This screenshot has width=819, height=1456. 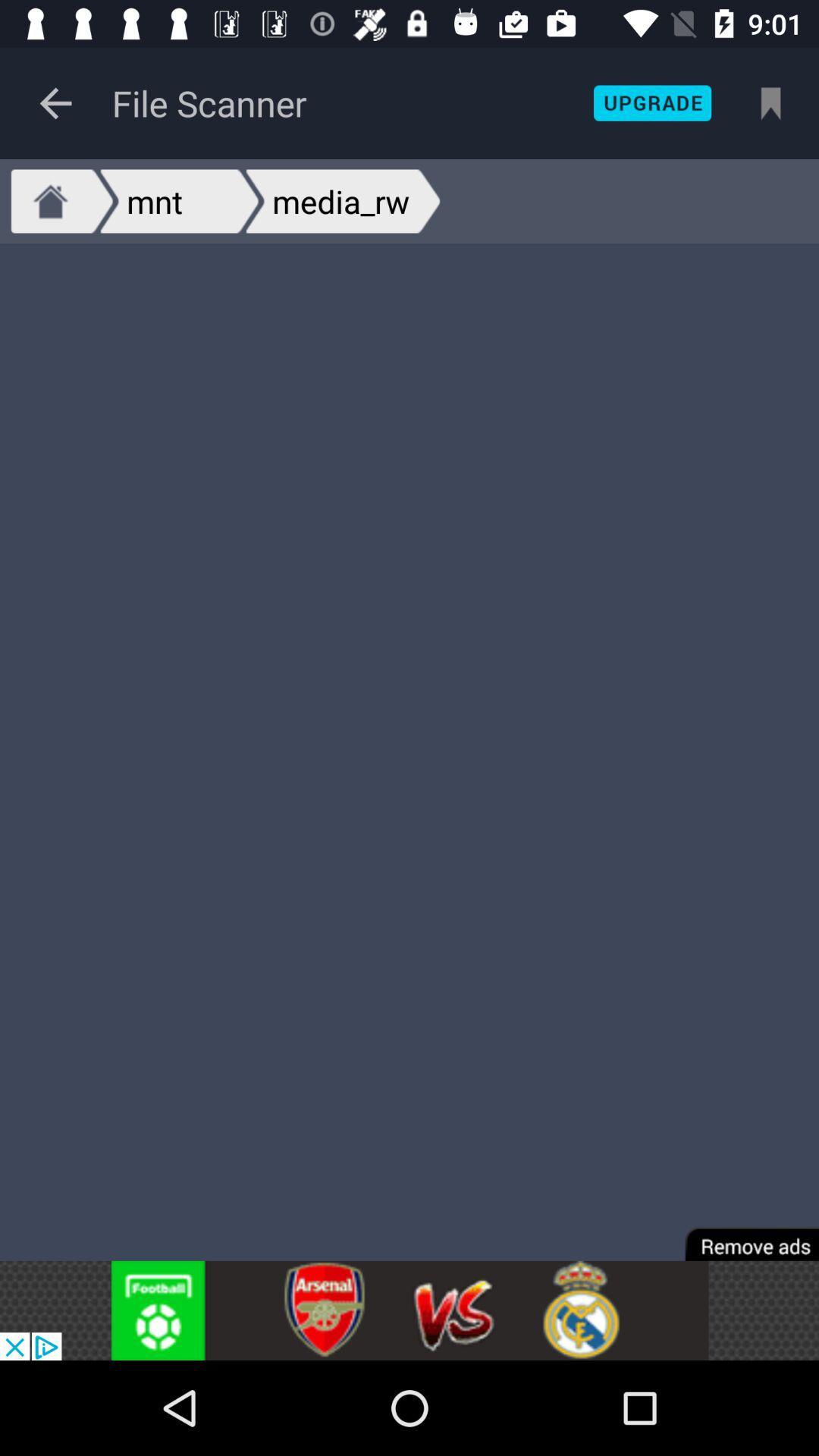 What do you see at coordinates (651, 102) in the screenshot?
I see `upgrade application` at bounding box center [651, 102].